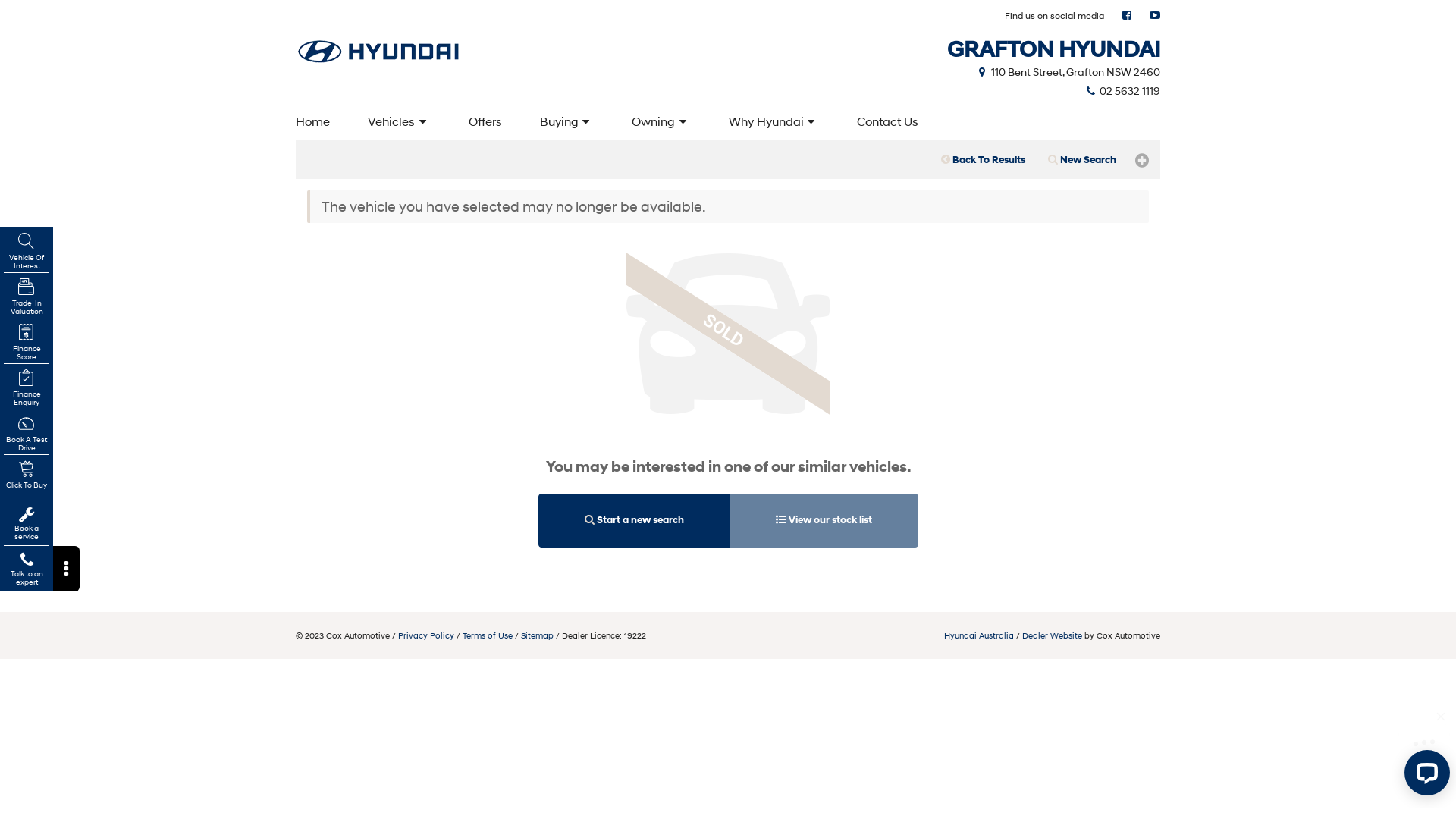  What do you see at coordinates (709, 120) in the screenshot?
I see `'Why Hyundai'` at bounding box center [709, 120].